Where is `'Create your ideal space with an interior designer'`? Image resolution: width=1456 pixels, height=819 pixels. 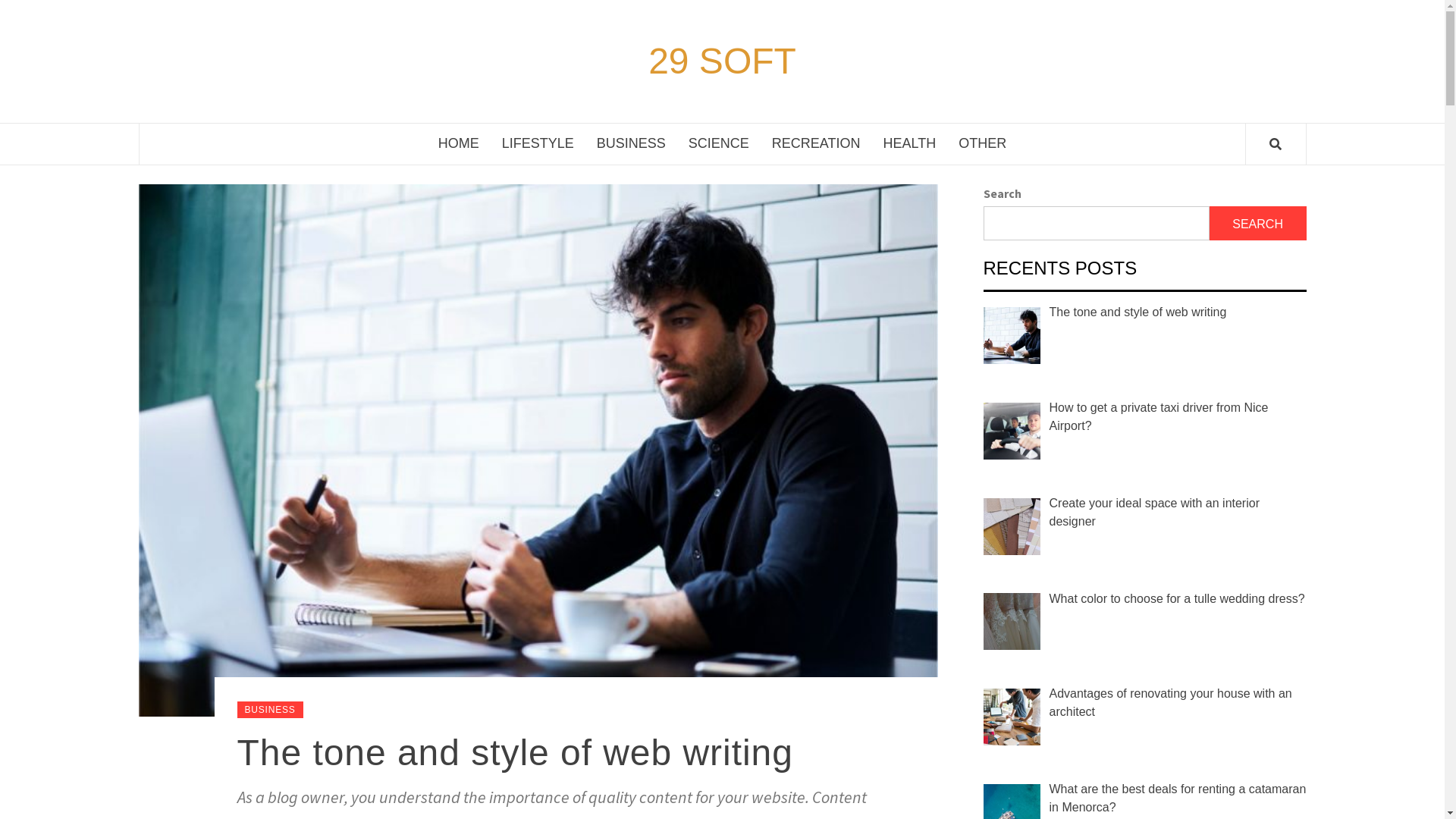
'Create your ideal space with an interior designer' is located at coordinates (1048, 512).